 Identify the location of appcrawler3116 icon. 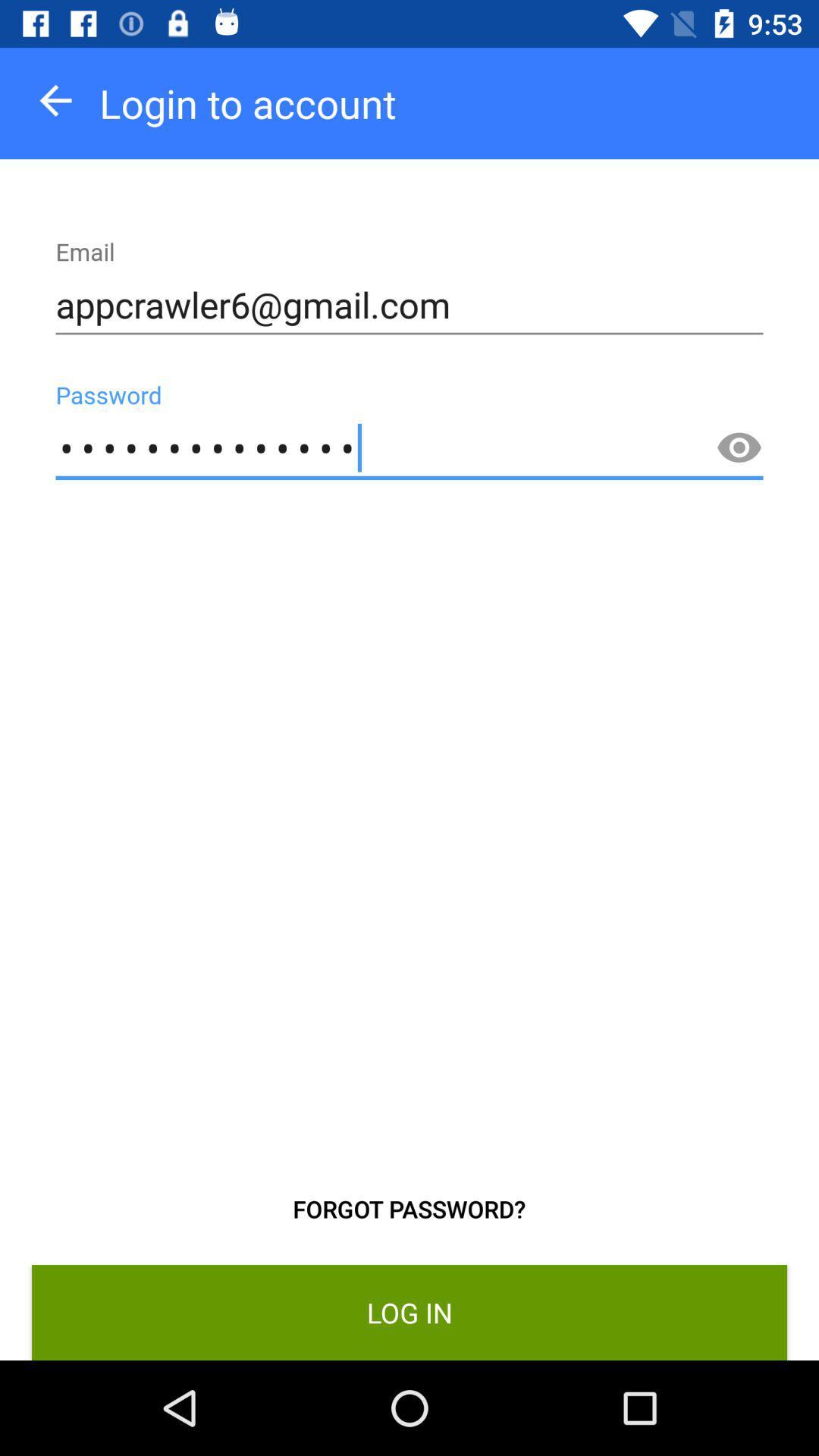
(409, 447).